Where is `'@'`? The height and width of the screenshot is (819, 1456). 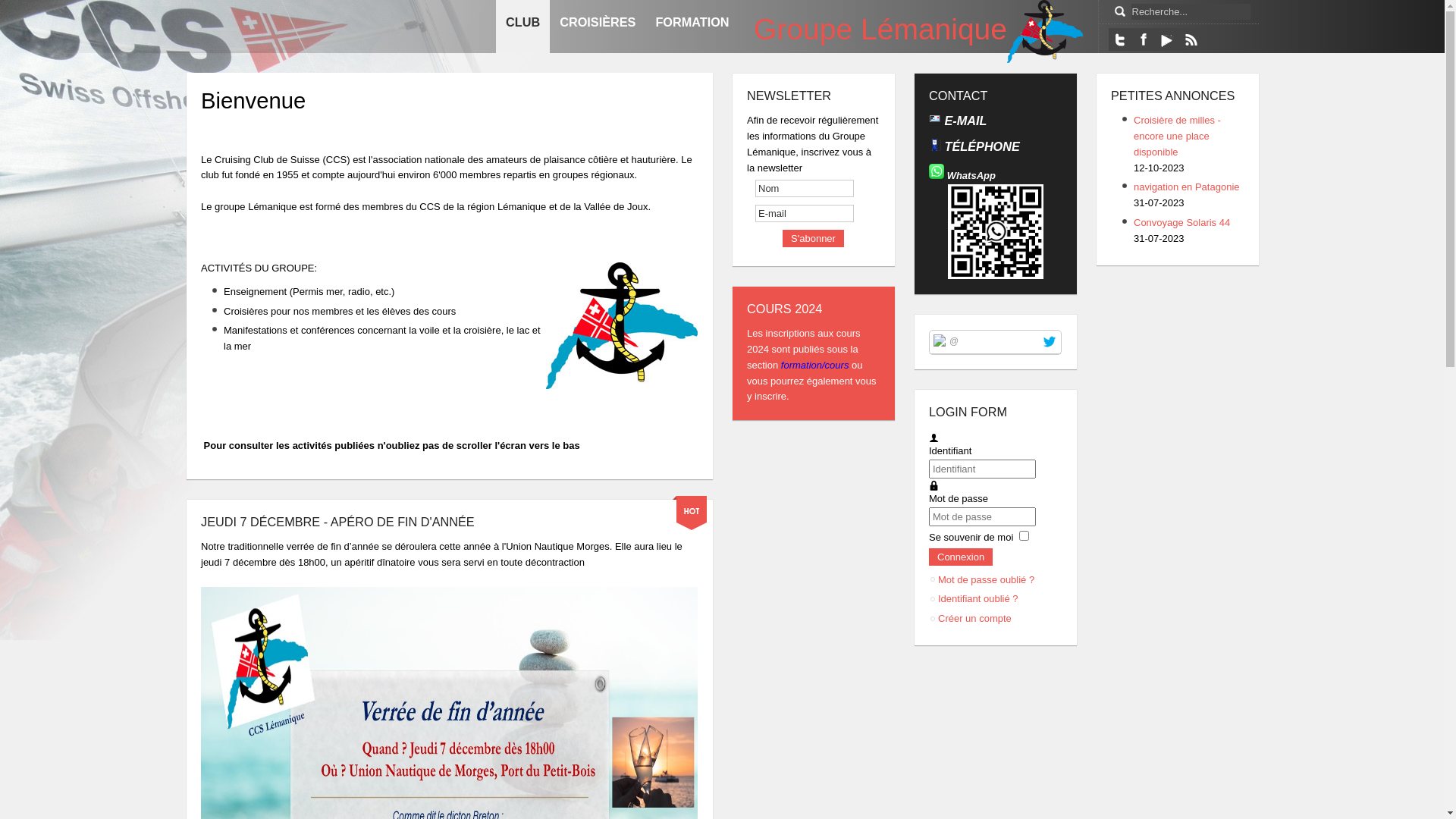
'@' is located at coordinates (952, 339).